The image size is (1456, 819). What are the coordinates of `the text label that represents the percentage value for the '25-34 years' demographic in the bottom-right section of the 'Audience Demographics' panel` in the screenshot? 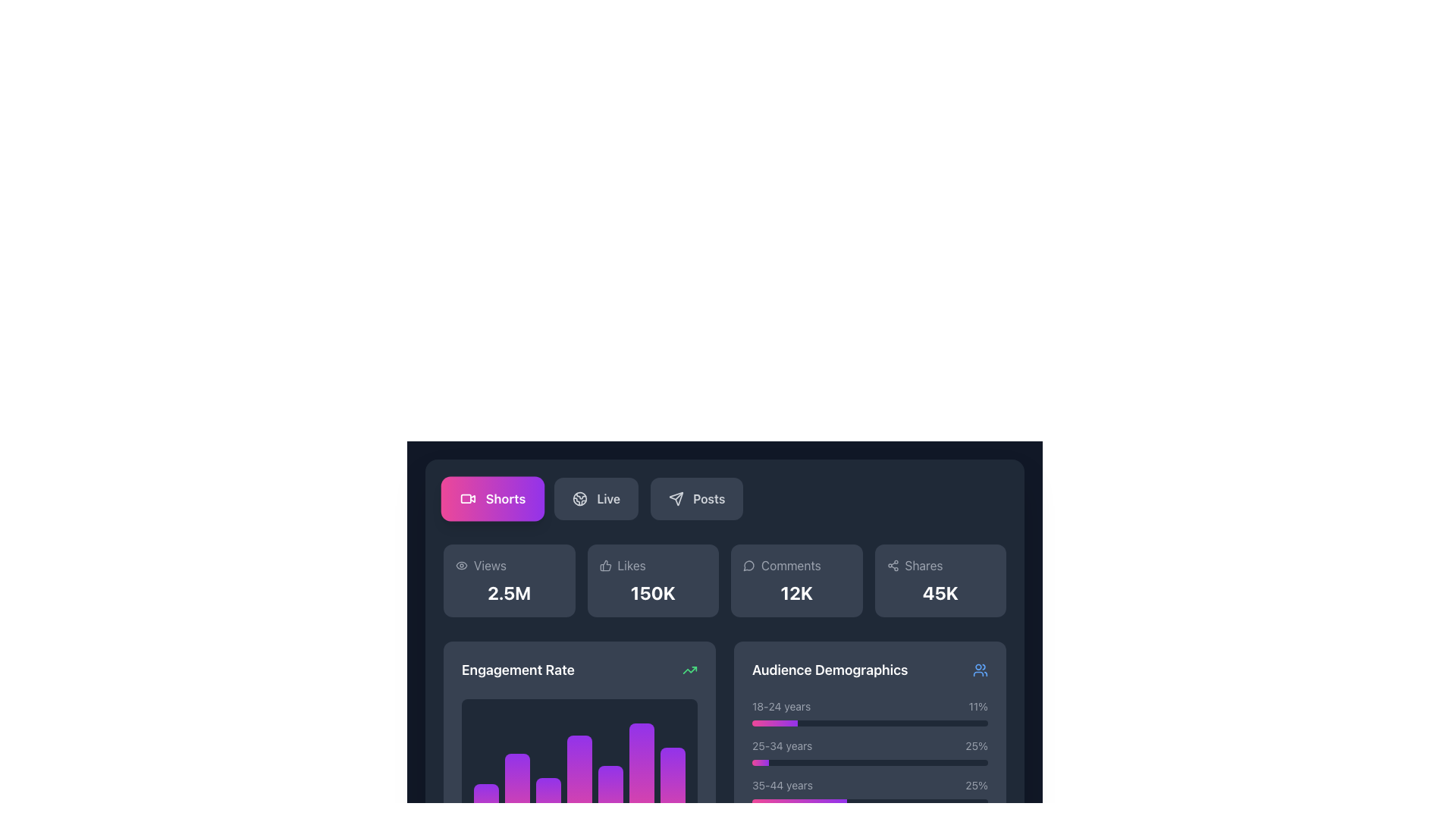 It's located at (977, 745).